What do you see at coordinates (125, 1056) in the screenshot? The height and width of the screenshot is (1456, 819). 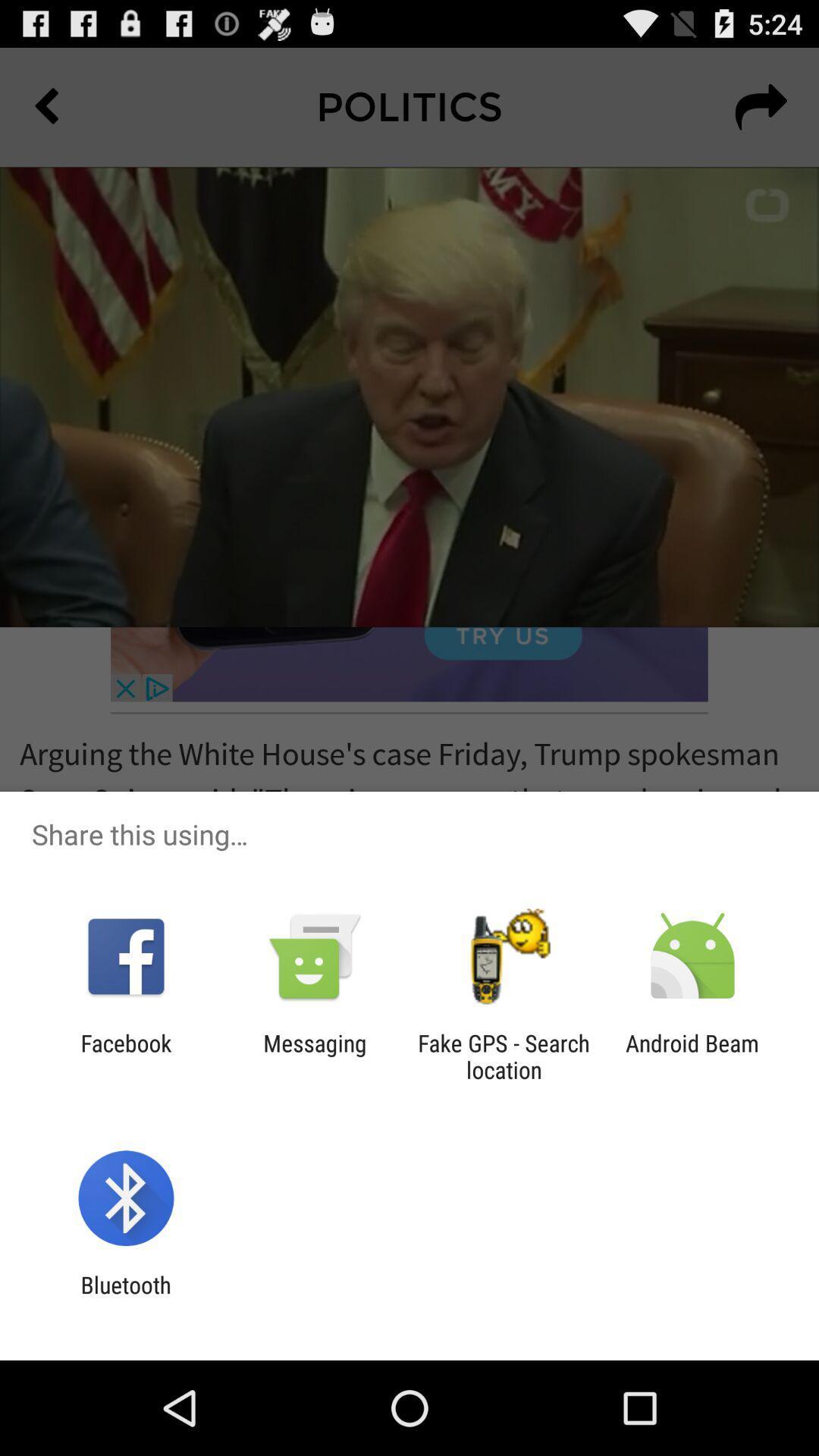 I see `the icon next to the messaging app` at bounding box center [125, 1056].